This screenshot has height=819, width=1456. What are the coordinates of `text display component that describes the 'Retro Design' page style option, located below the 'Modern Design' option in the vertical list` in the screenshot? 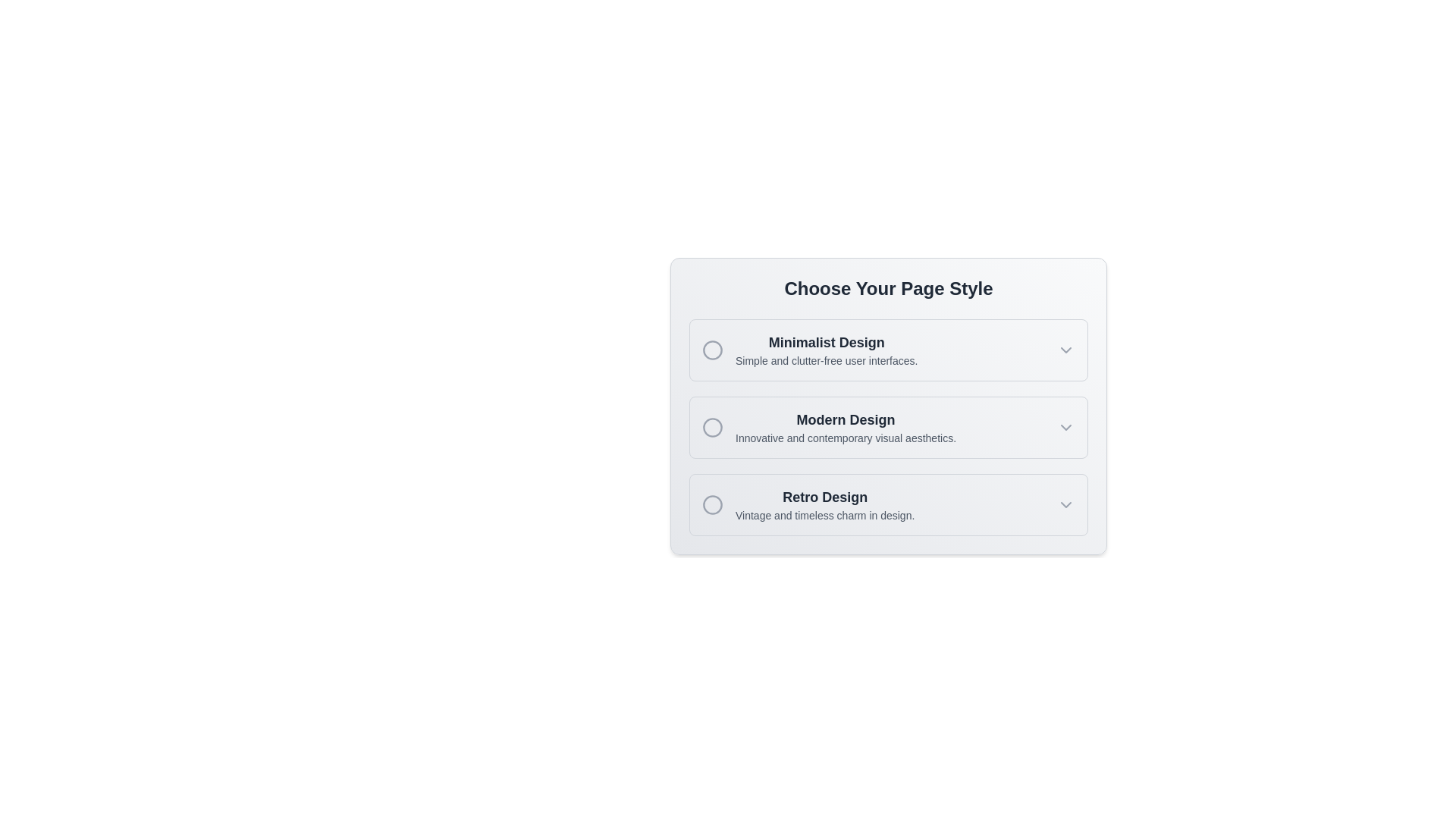 It's located at (824, 505).